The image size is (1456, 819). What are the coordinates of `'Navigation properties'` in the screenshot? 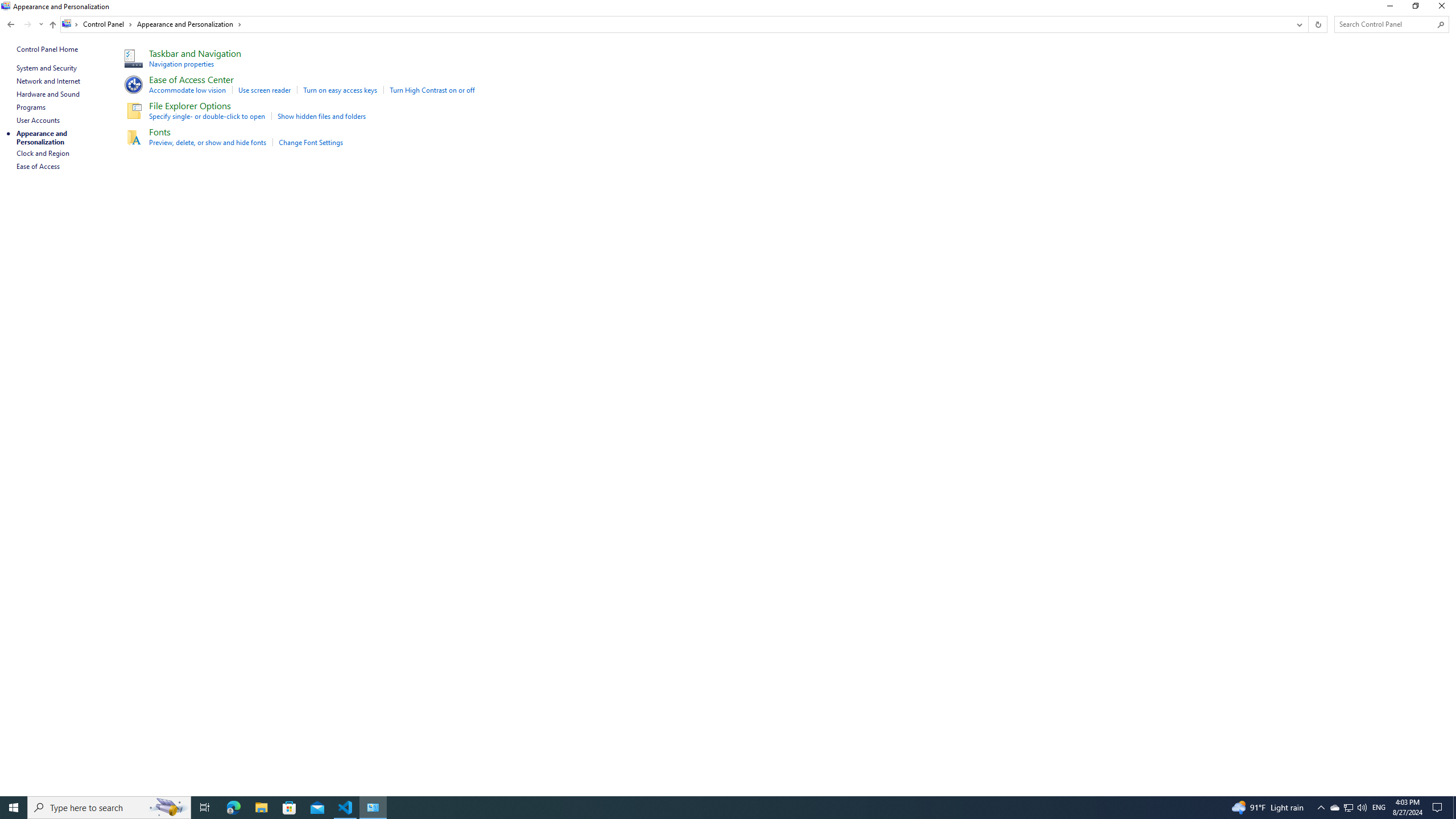 It's located at (181, 63).